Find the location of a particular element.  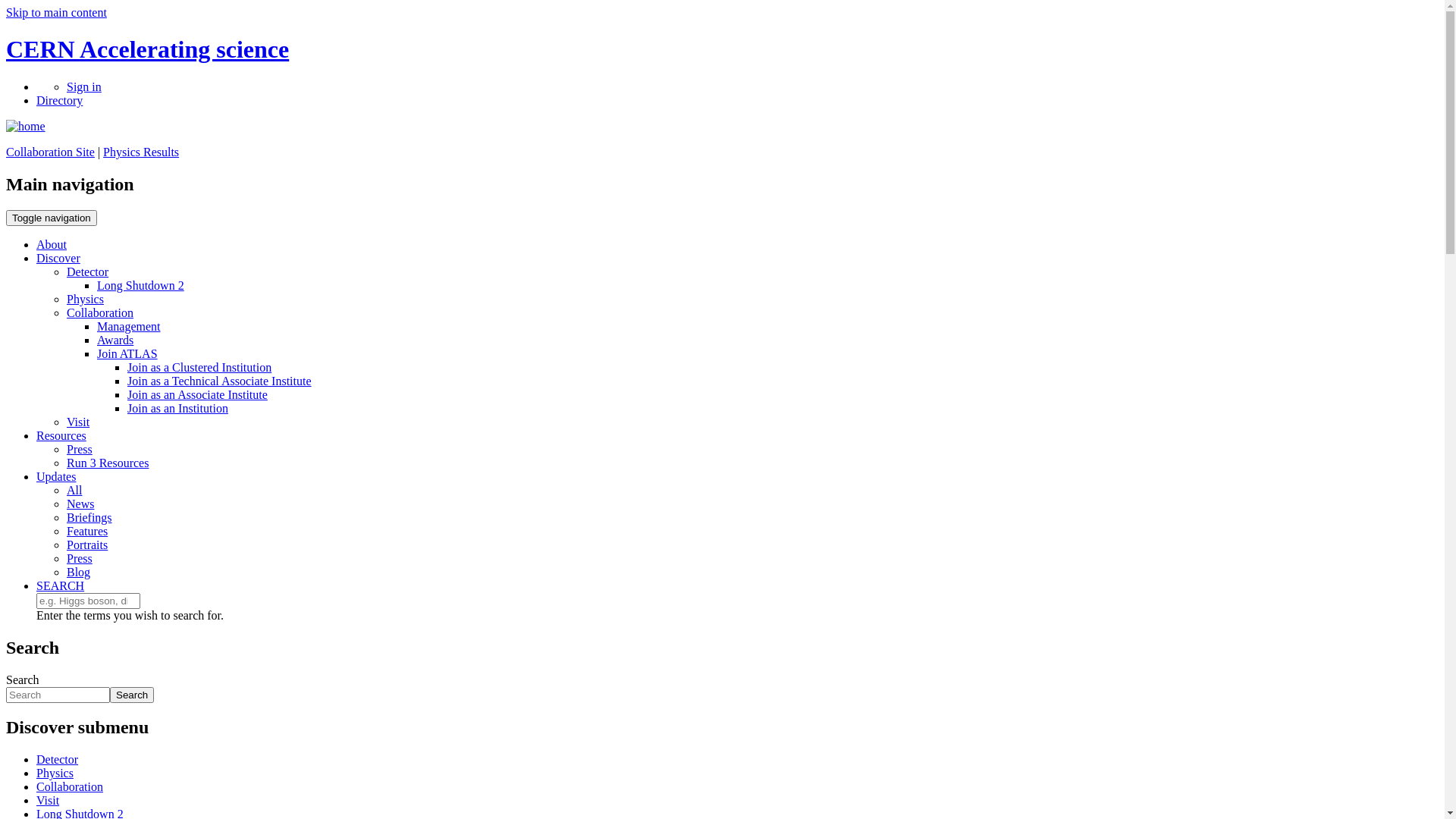

'Detector' is located at coordinates (57, 759).